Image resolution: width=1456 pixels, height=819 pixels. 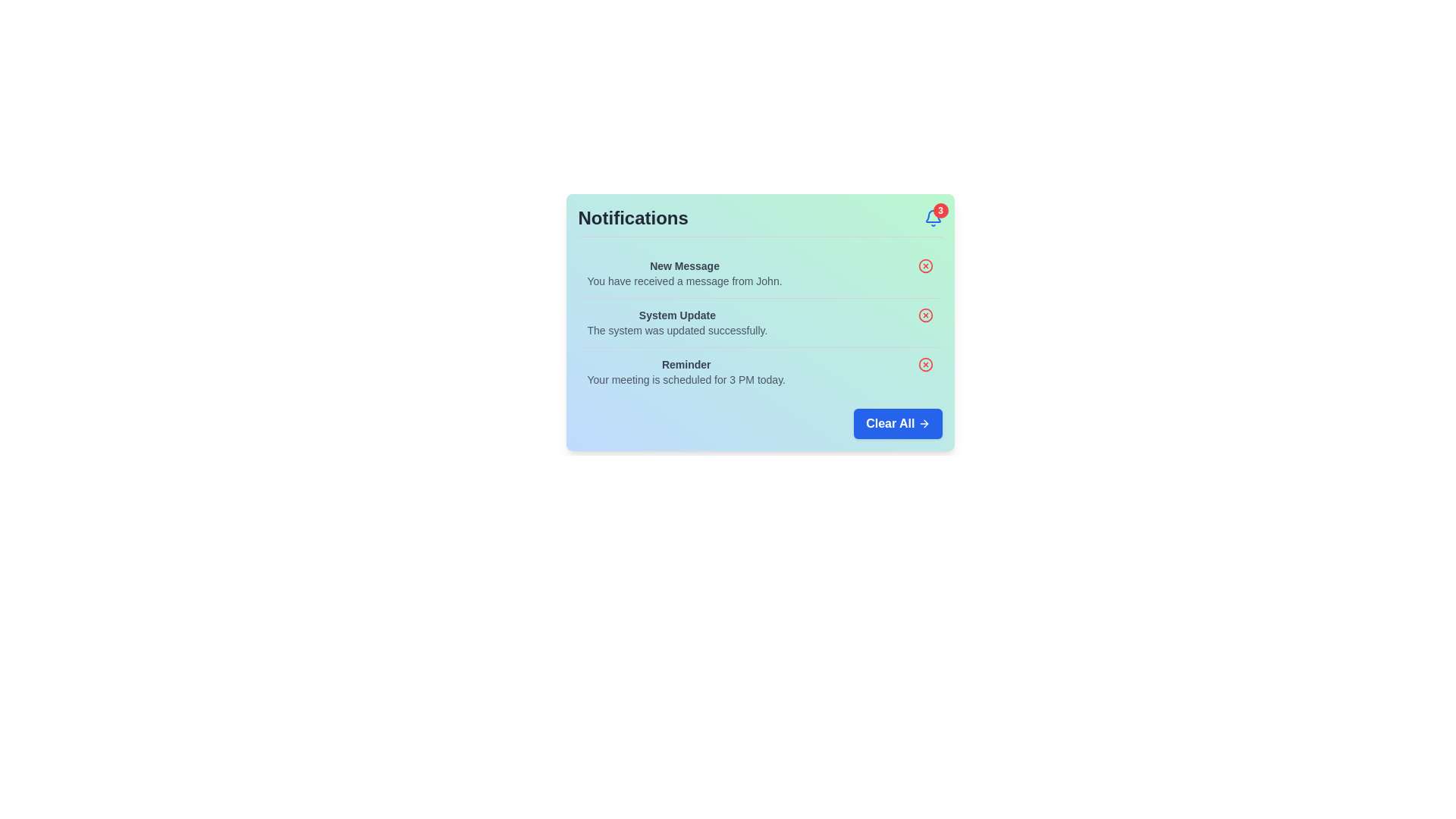 What do you see at coordinates (760, 372) in the screenshot?
I see `the Notification card that informs the user of a scheduled meeting at 3 PM today, which is the third entry in the vertically listed group of notifications` at bounding box center [760, 372].